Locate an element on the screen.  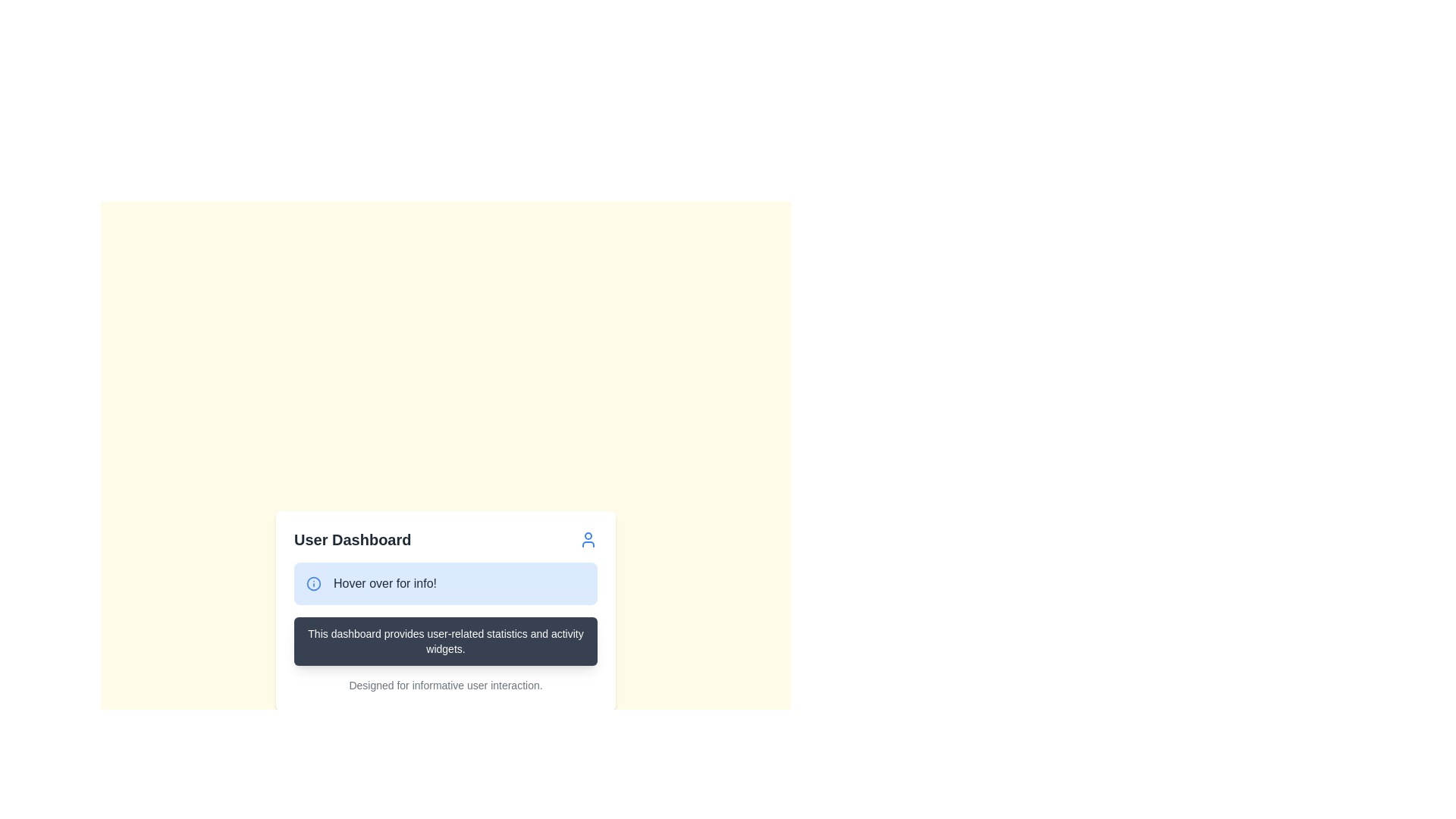
the circular icon with a blue border and white background, located on the left side of the button labeled 'Hover over for info!' is located at coordinates (312, 583).